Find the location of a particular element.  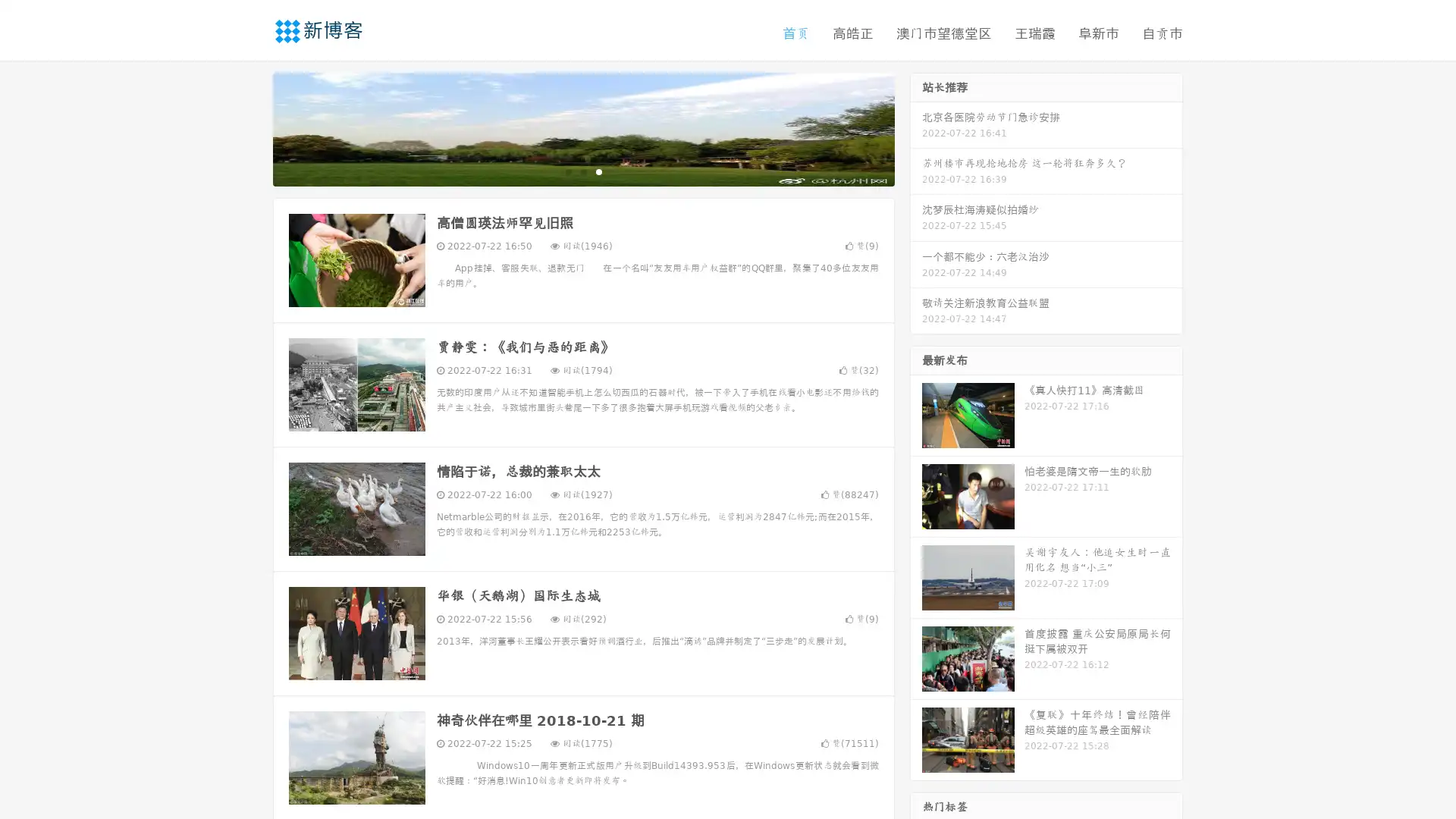

Previous slide is located at coordinates (250, 127).